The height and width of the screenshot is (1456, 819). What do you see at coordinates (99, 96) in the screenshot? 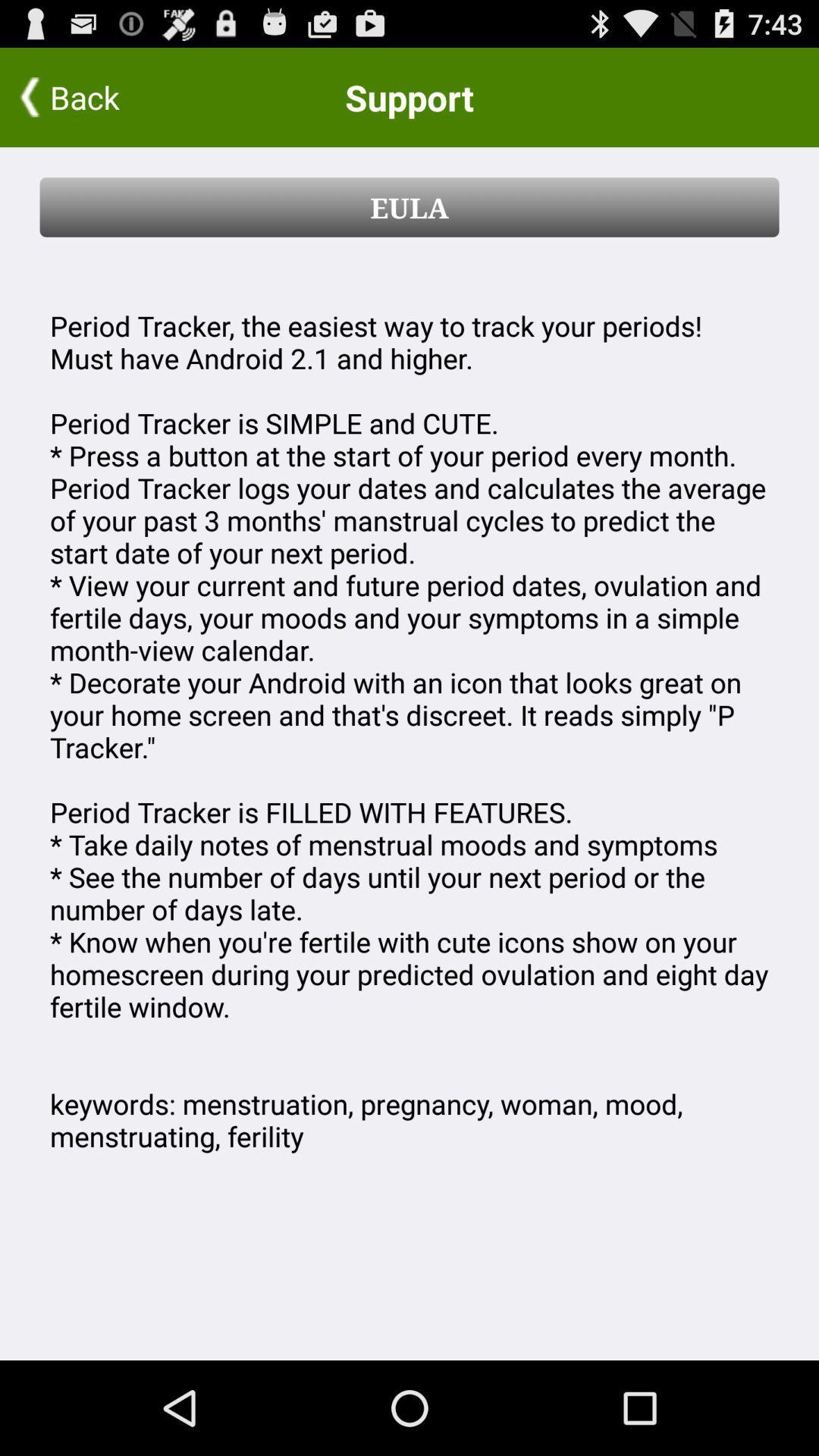
I see `the icon above eula button` at bounding box center [99, 96].